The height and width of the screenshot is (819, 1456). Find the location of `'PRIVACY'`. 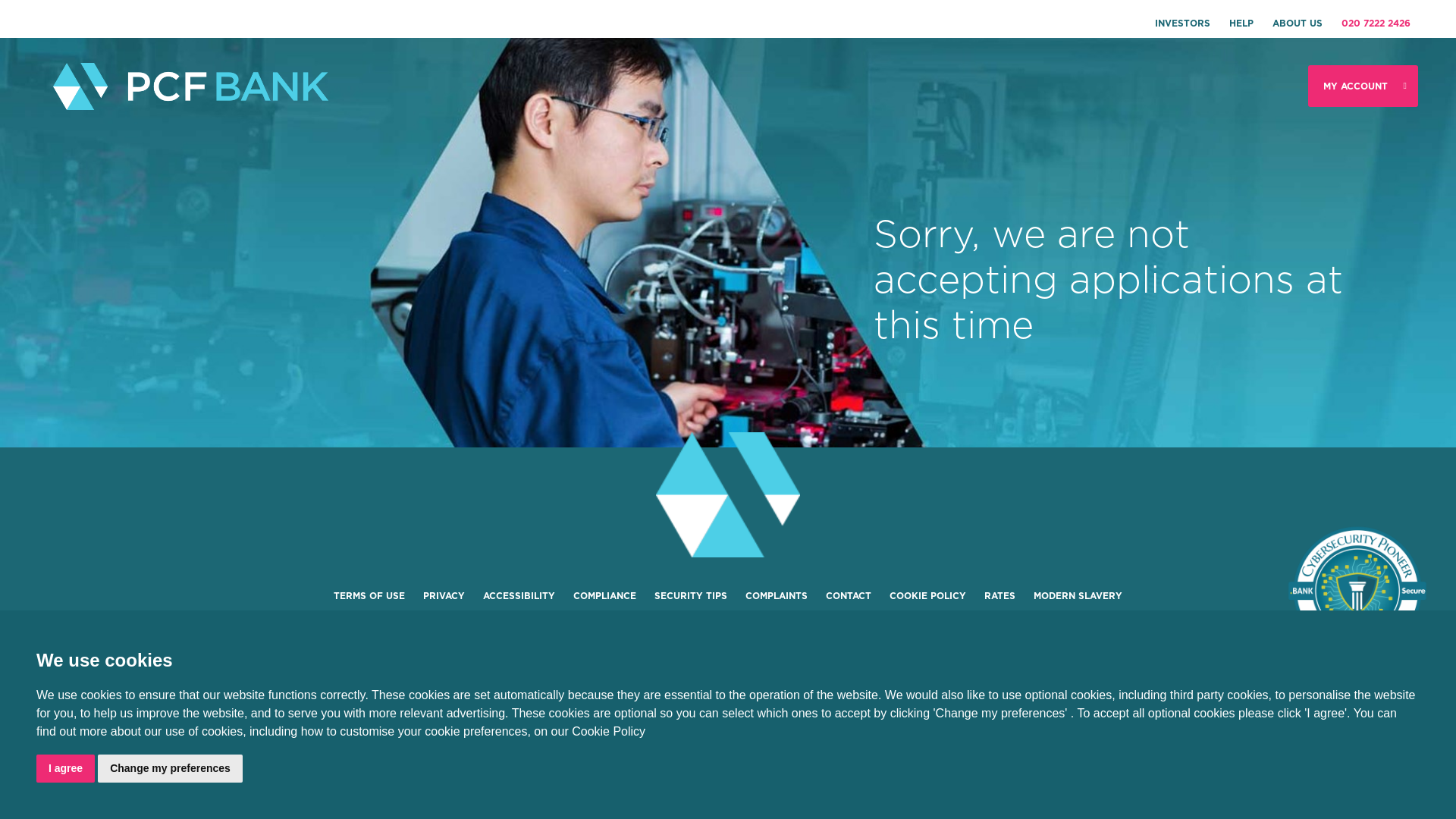

'PRIVACY' is located at coordinates (443, 595).